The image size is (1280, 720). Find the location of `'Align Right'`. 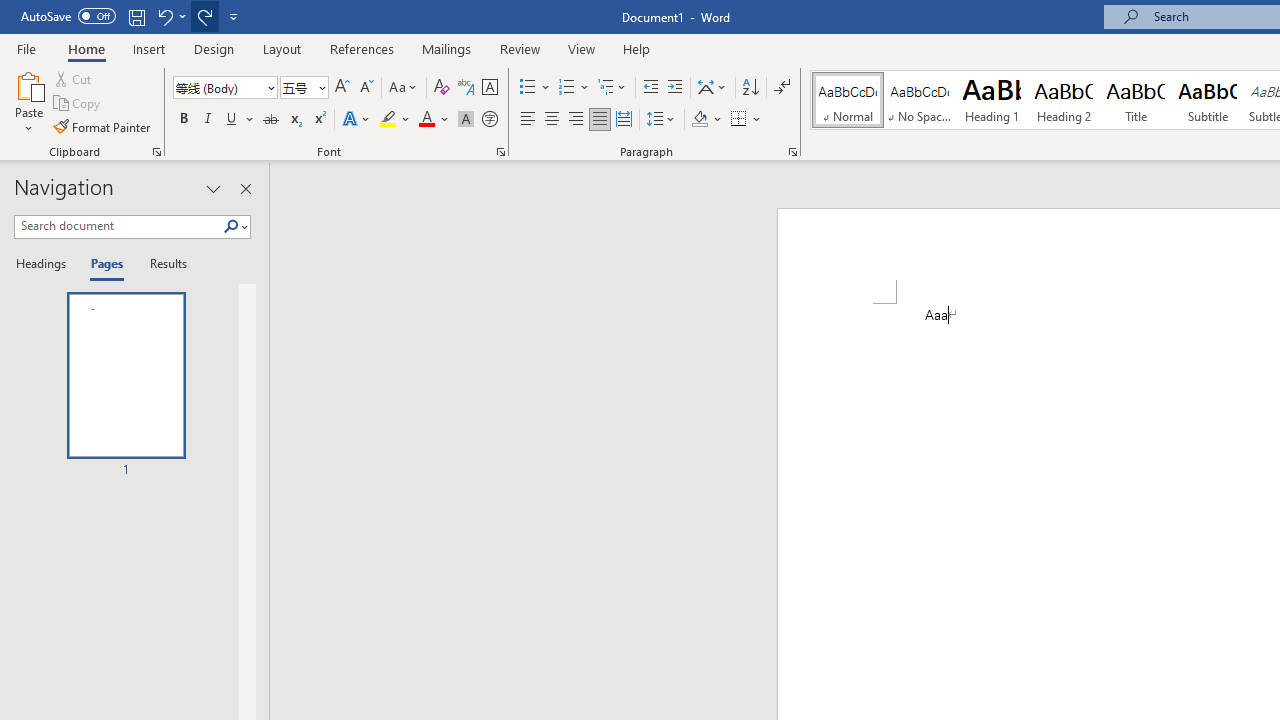

'Align Right' is located at coordinates (575, 119).